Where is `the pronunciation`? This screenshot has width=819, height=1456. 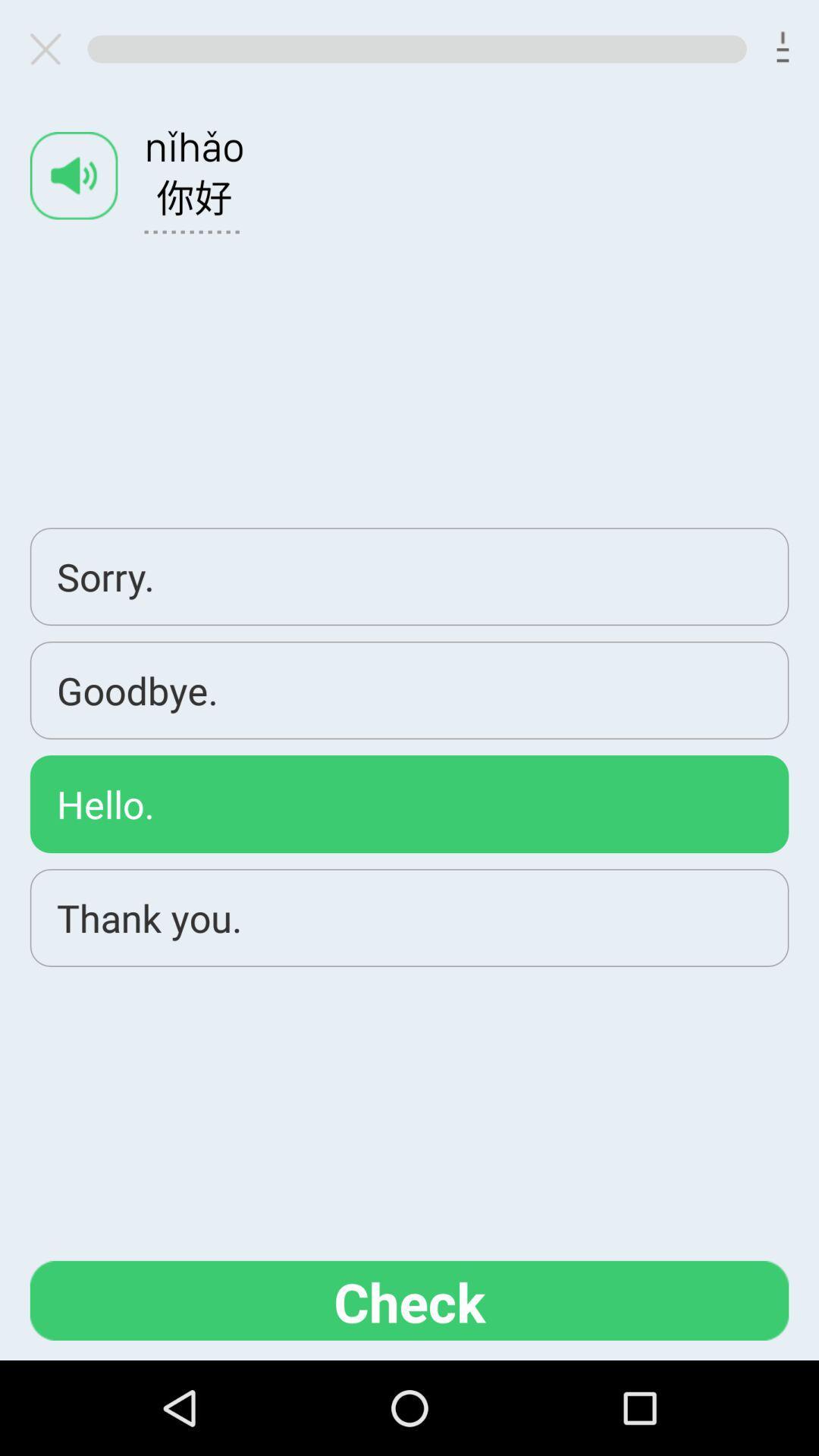 the pronunciation is located at coordinates (74, 175).